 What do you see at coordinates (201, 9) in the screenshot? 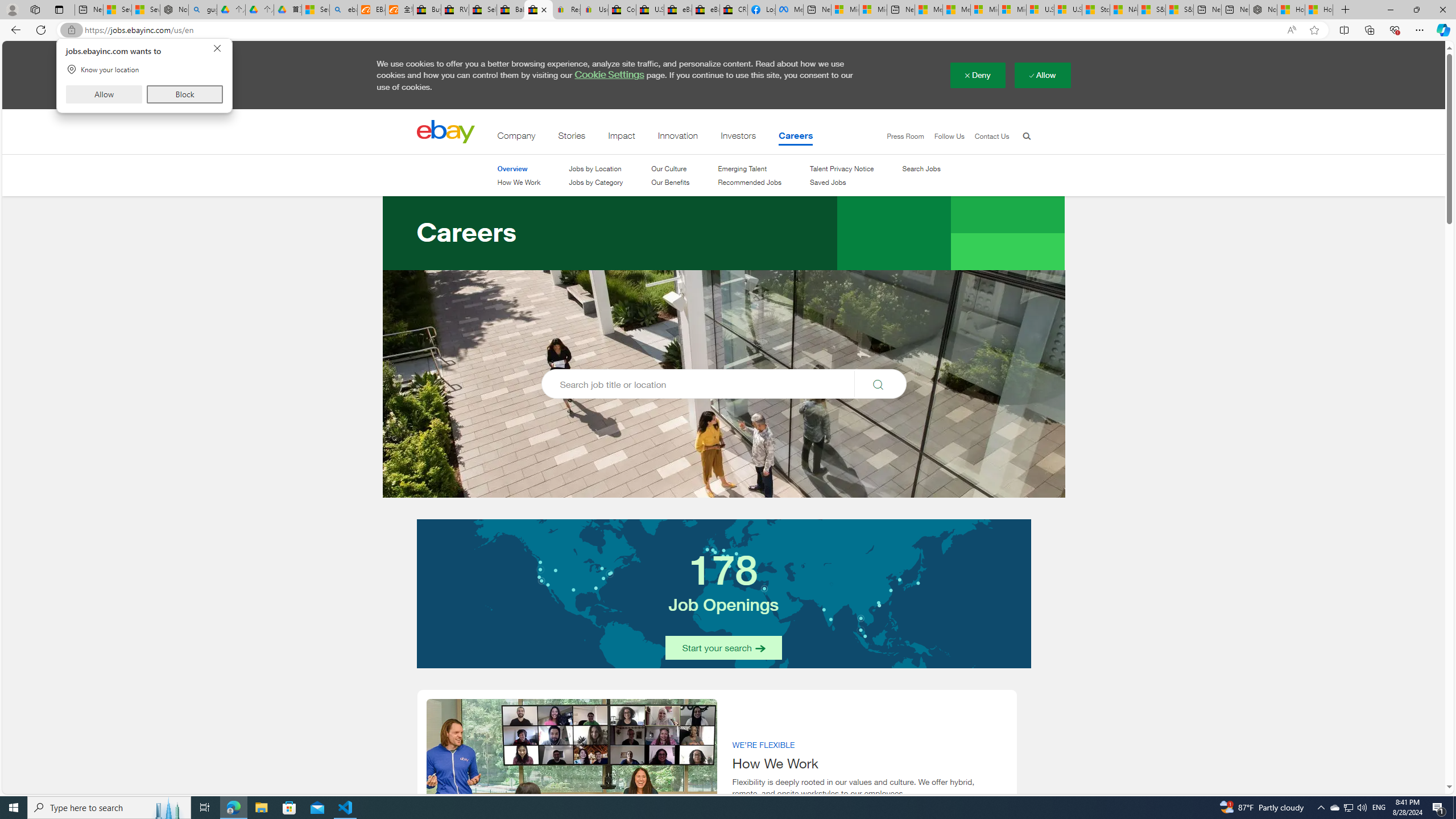
I see `'guge yunpan - Search'` at bounding box center [201, 9].